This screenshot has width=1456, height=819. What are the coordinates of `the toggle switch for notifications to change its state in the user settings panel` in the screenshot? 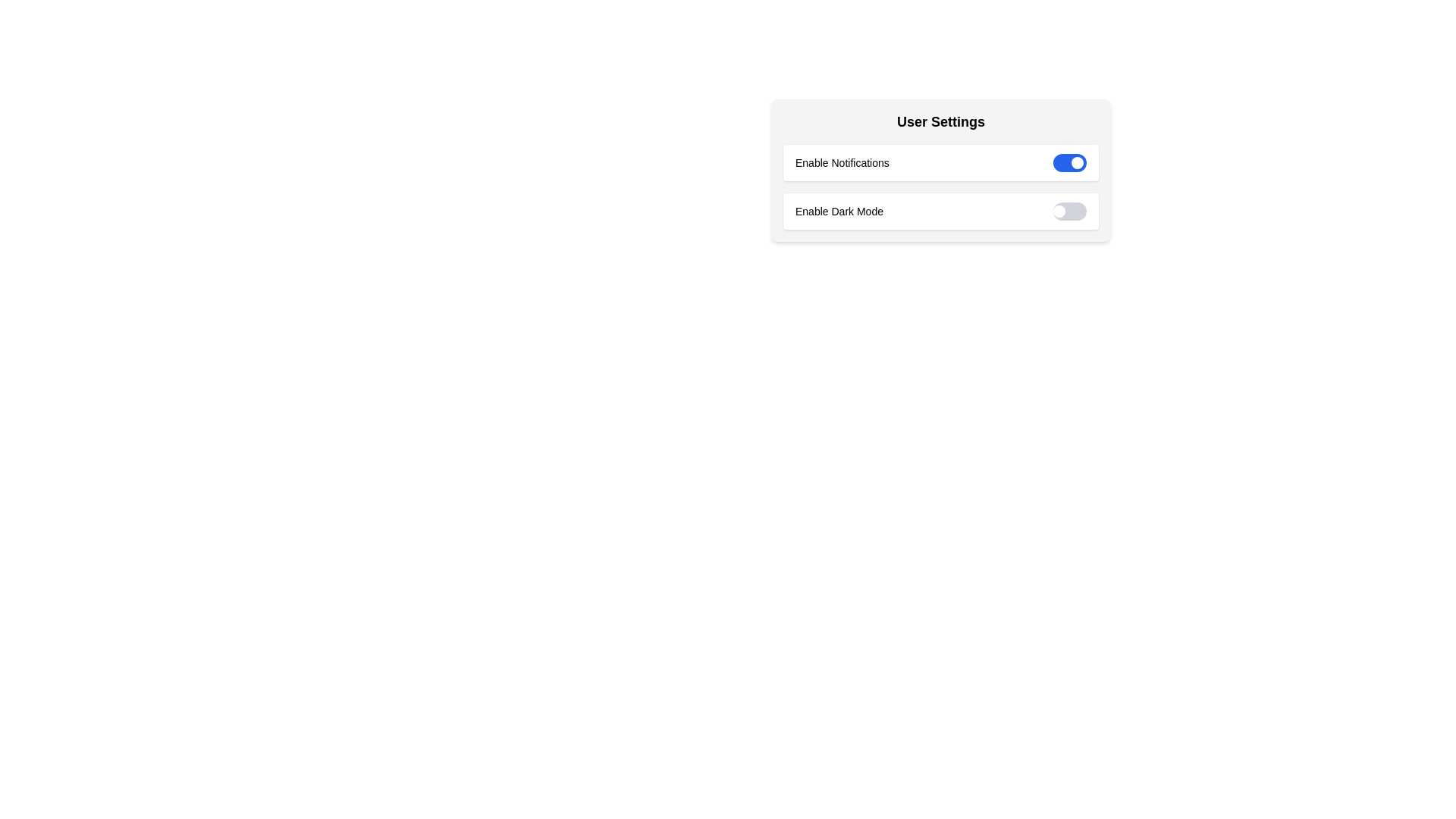 It's located at (940, 163).